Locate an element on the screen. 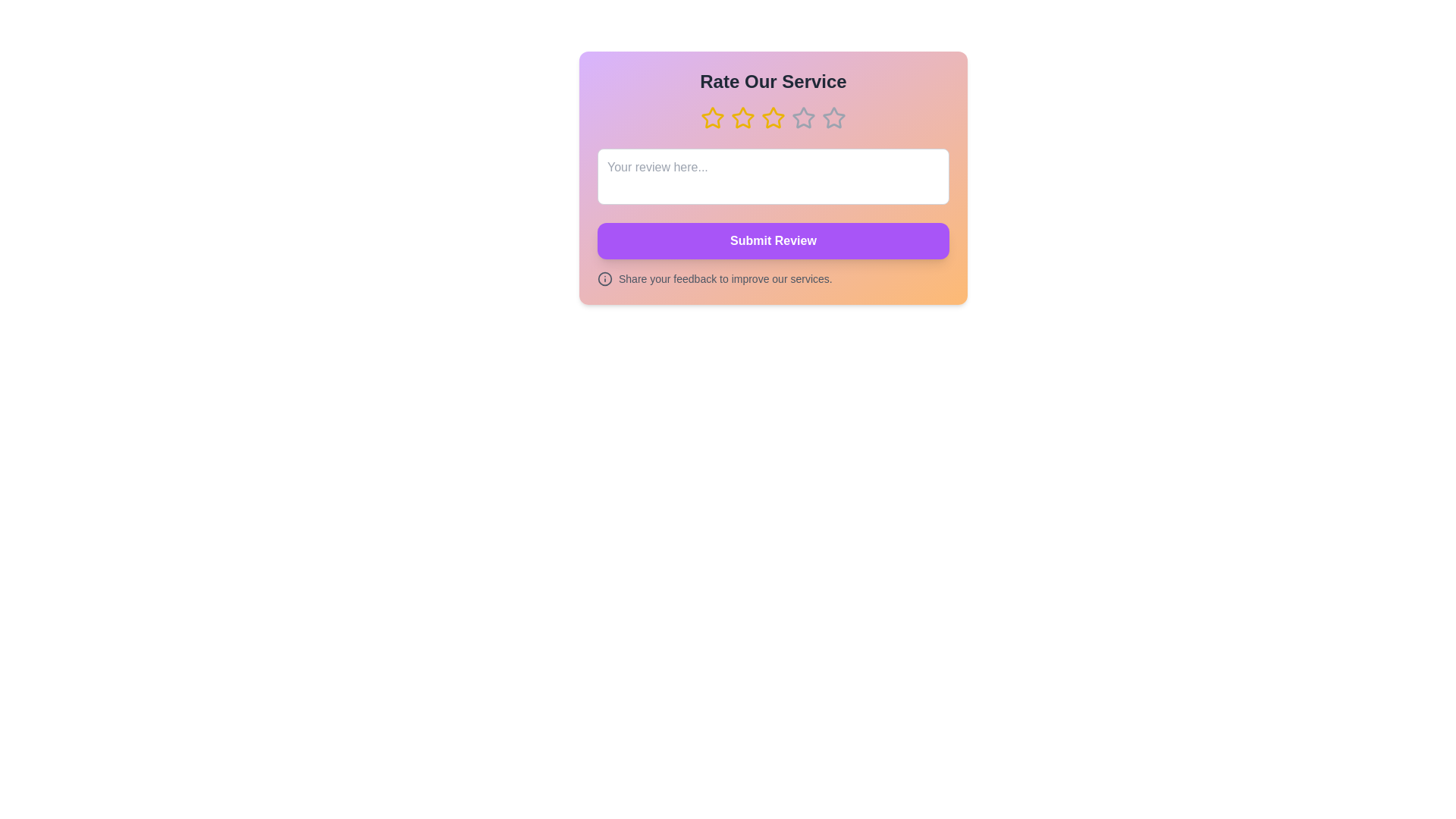 The width and height of the screenshot is (1456, 819). the decorative or informative icon located to the left of the text 'Share your feedback to improve our services.' is located at coordinates (604, 278).